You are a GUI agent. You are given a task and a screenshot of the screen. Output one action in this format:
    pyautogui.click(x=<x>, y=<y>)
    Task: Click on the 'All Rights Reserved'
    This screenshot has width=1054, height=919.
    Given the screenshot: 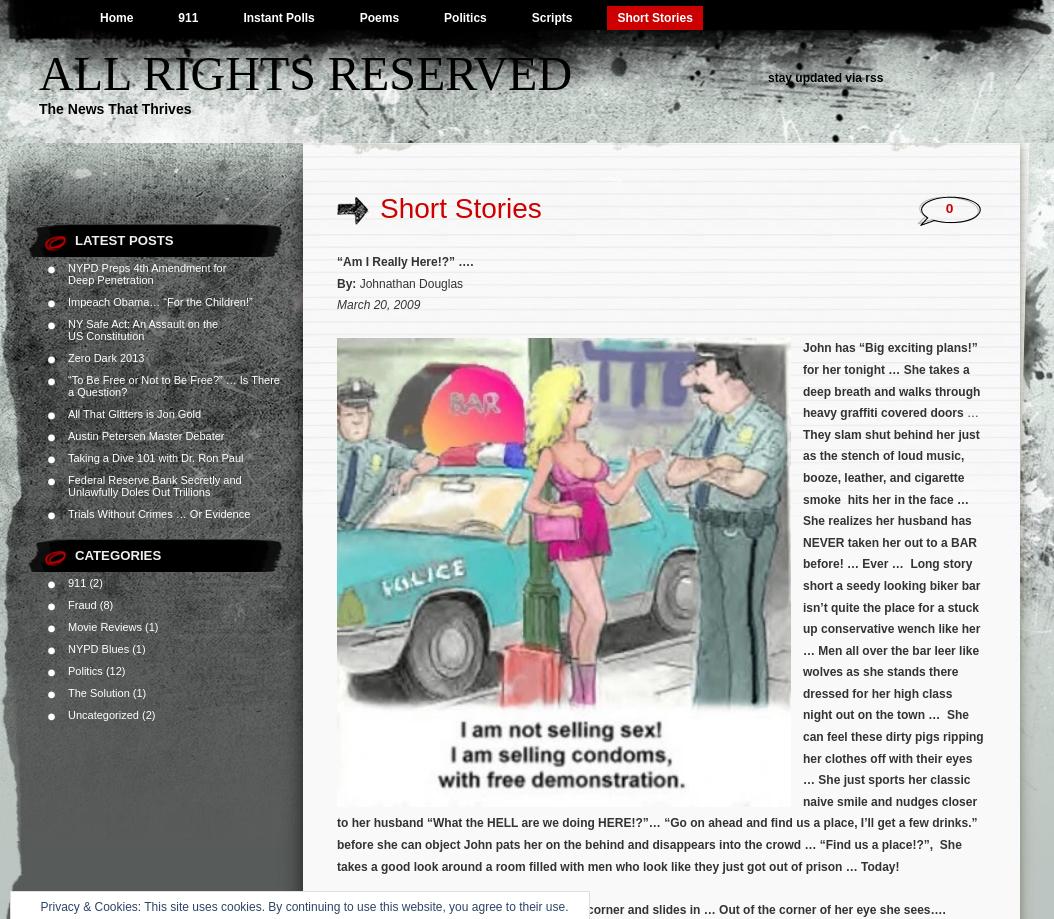 What is the action you would take?
    pyautogui.click(x=304, y=73)
    